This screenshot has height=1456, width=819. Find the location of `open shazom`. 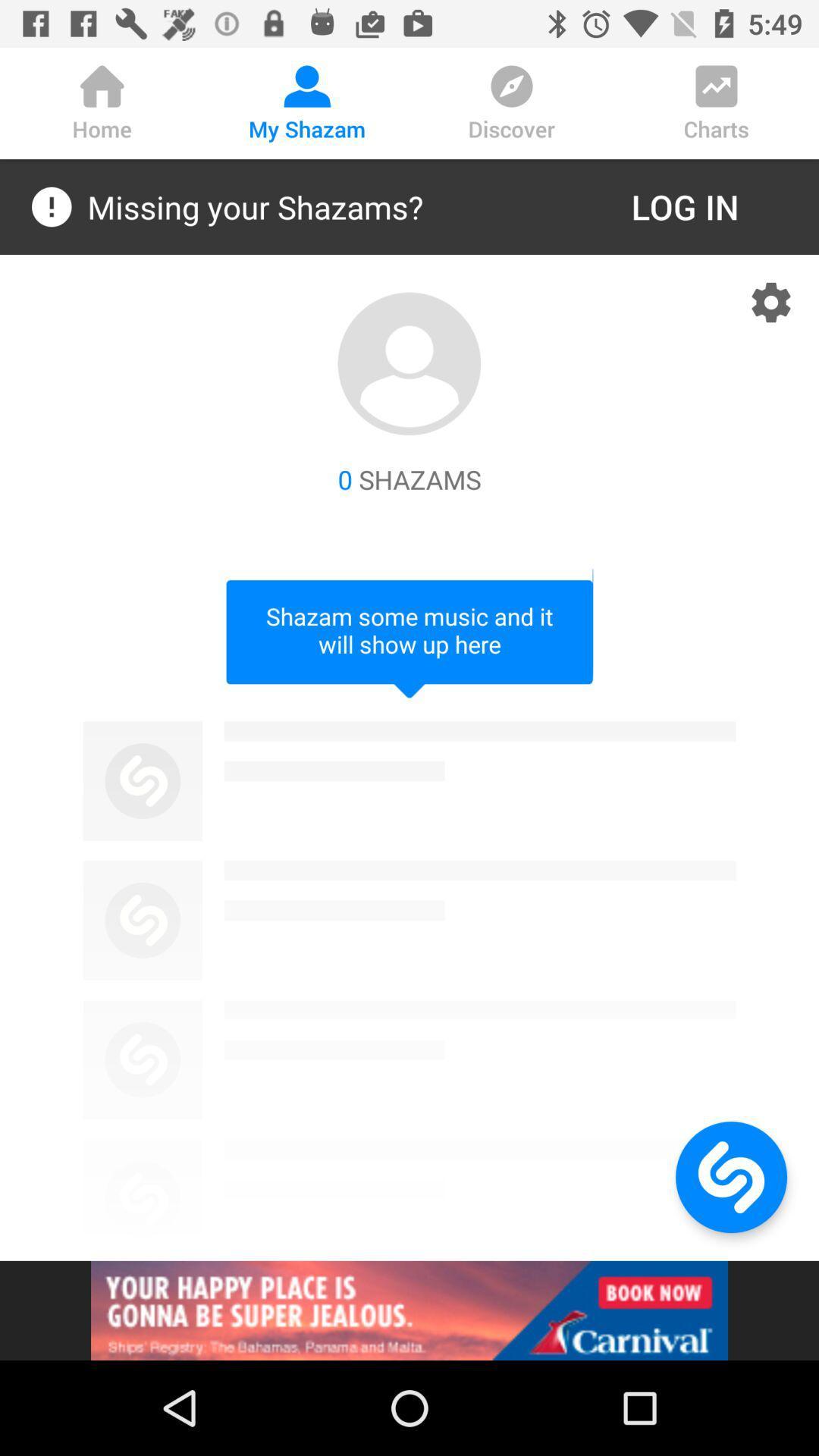

open shazom is located at coordinates (730, 1176).